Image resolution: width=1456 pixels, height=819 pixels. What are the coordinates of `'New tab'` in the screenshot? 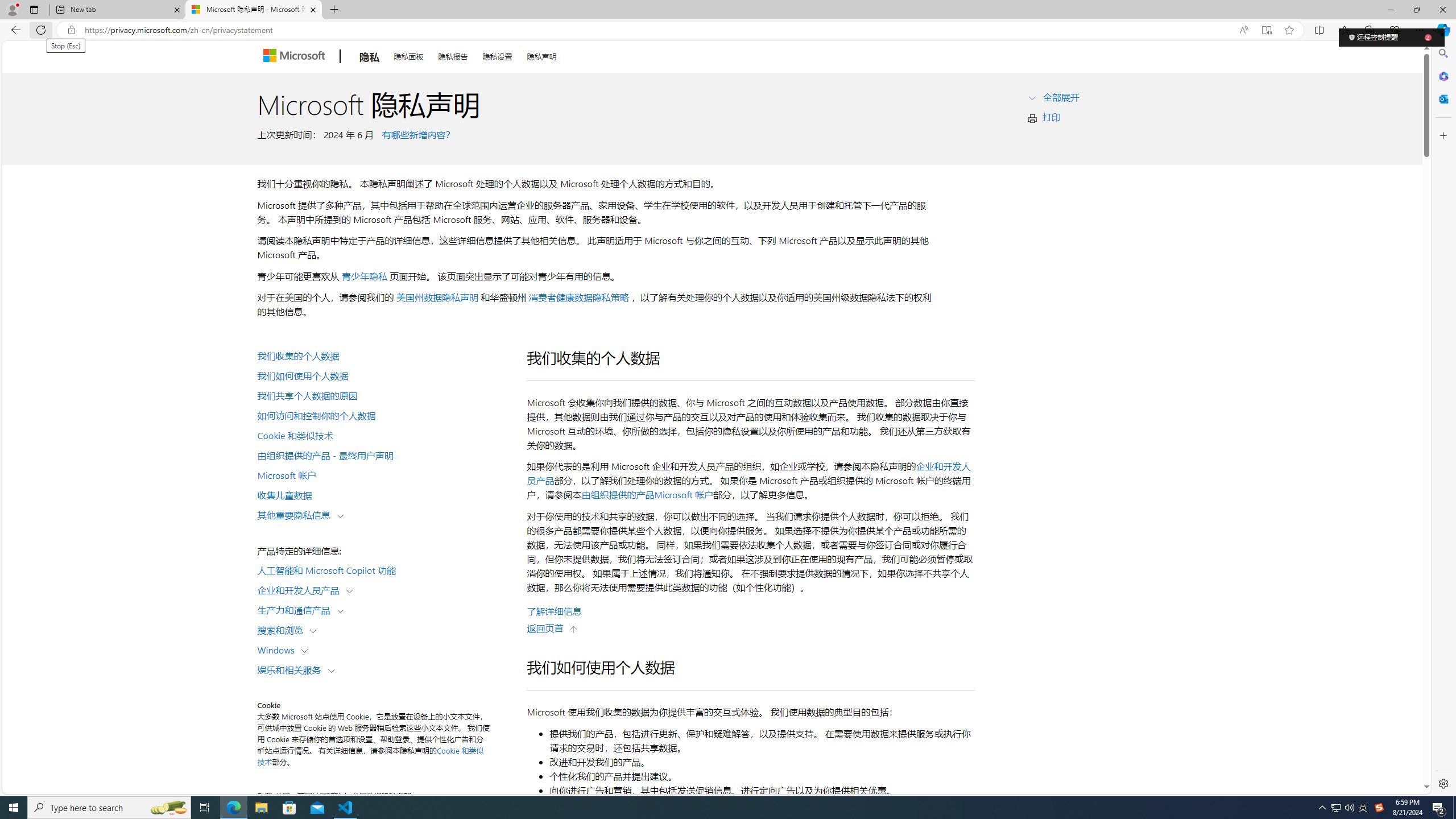 It's located at (118, 9).